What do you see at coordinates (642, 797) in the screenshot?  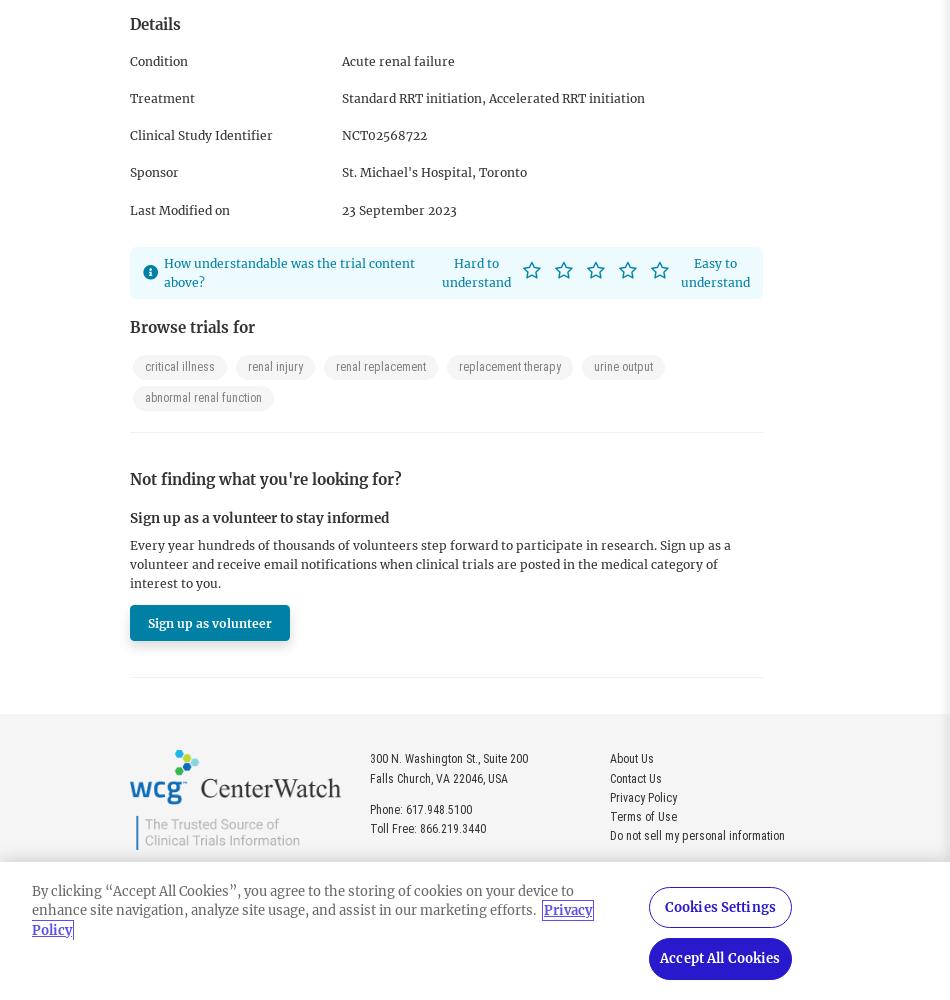 I see `'Privacy Policy'` at bounding box center [642, 797].